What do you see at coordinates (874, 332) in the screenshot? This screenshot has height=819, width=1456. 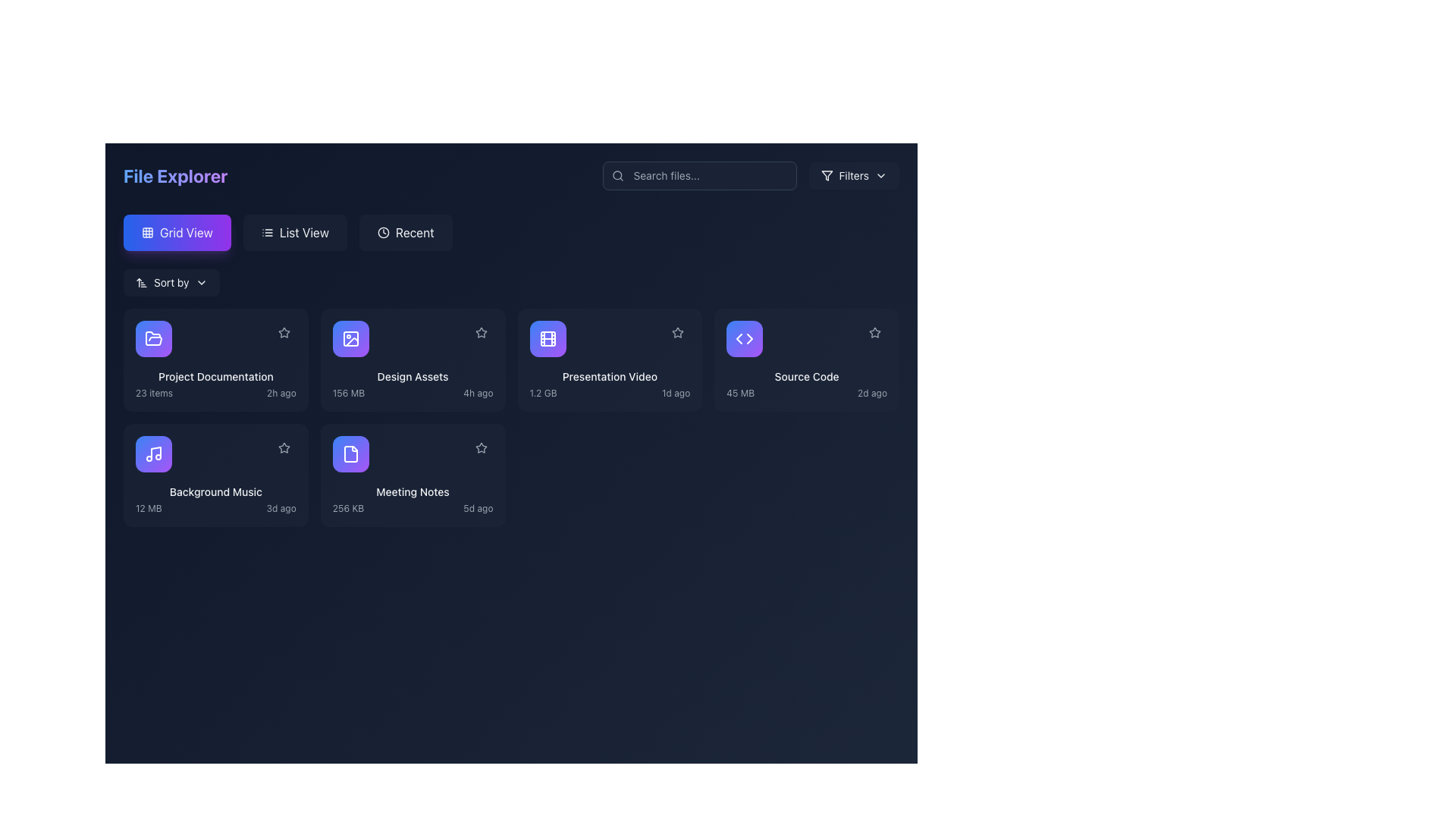 I see `the star-shaped icon located at the top right corner of the 'Source Code' card` at bounding box center [874, 332].